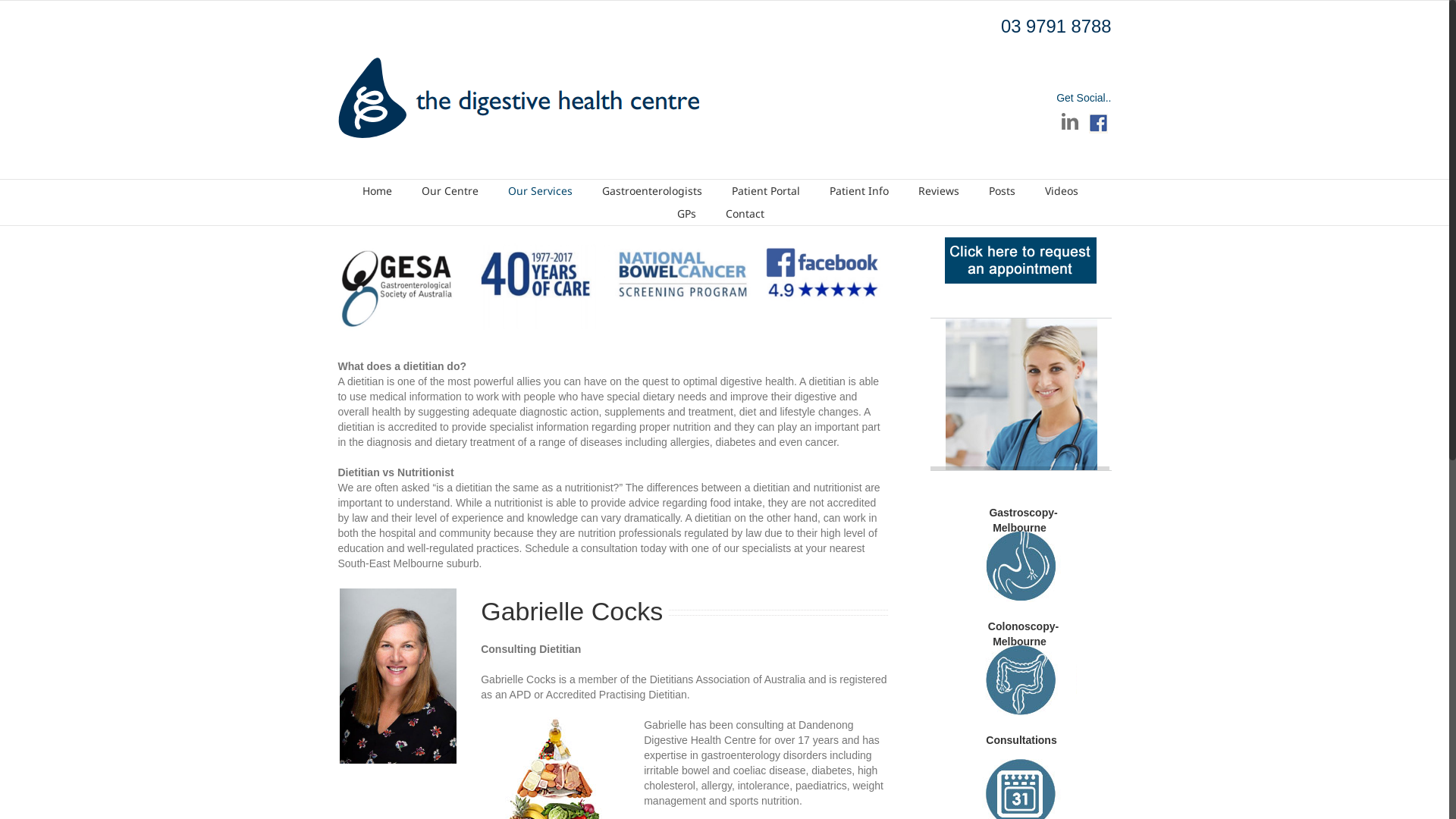 Image resolution: width=1456 pixels, height=819 pixels. What do you see at coordinates (989, 190) in the screenshot?
I see `'Posts'` at bounding box center [989, 190].